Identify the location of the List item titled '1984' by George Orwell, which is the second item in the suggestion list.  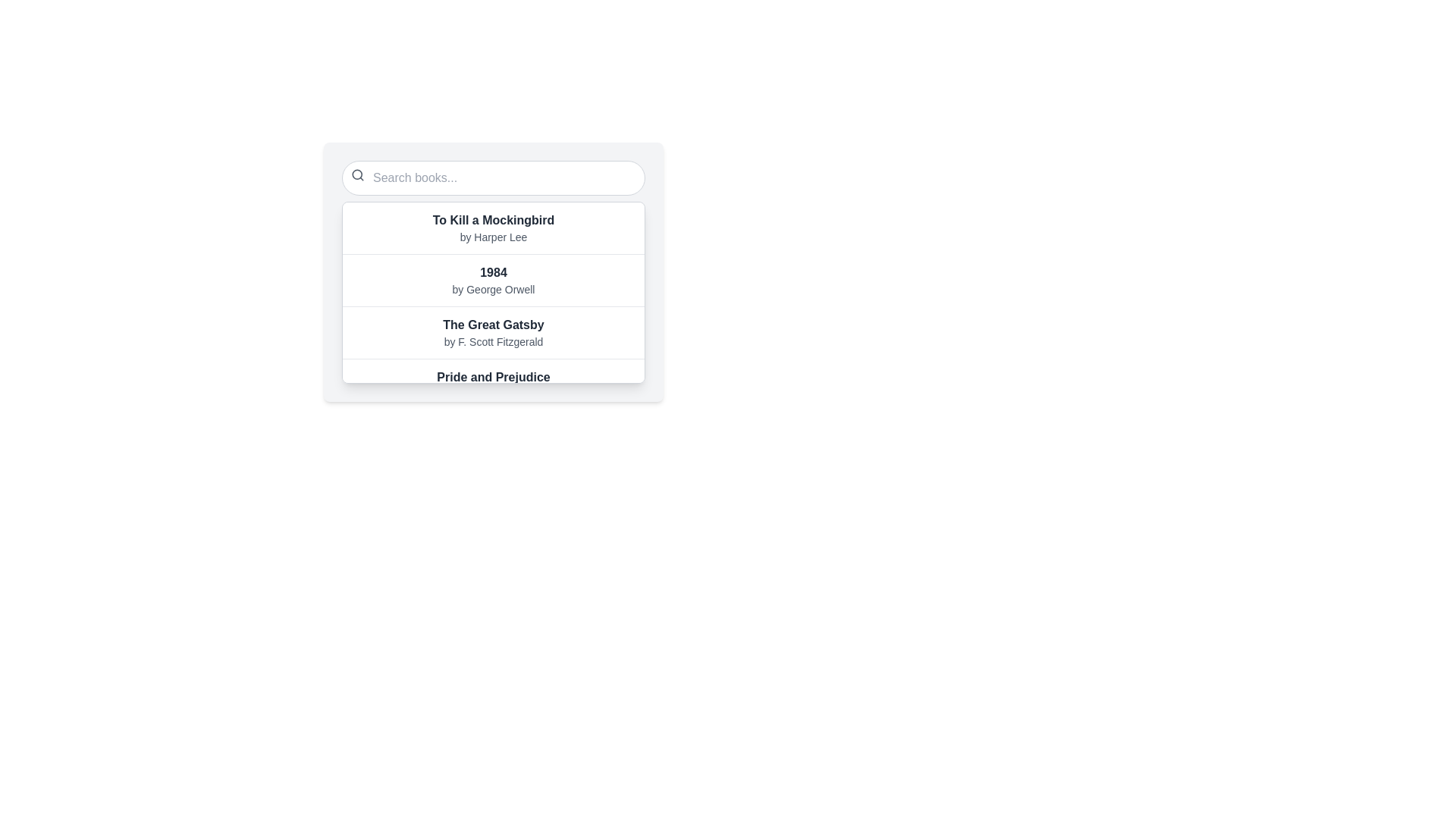
(494, 280).